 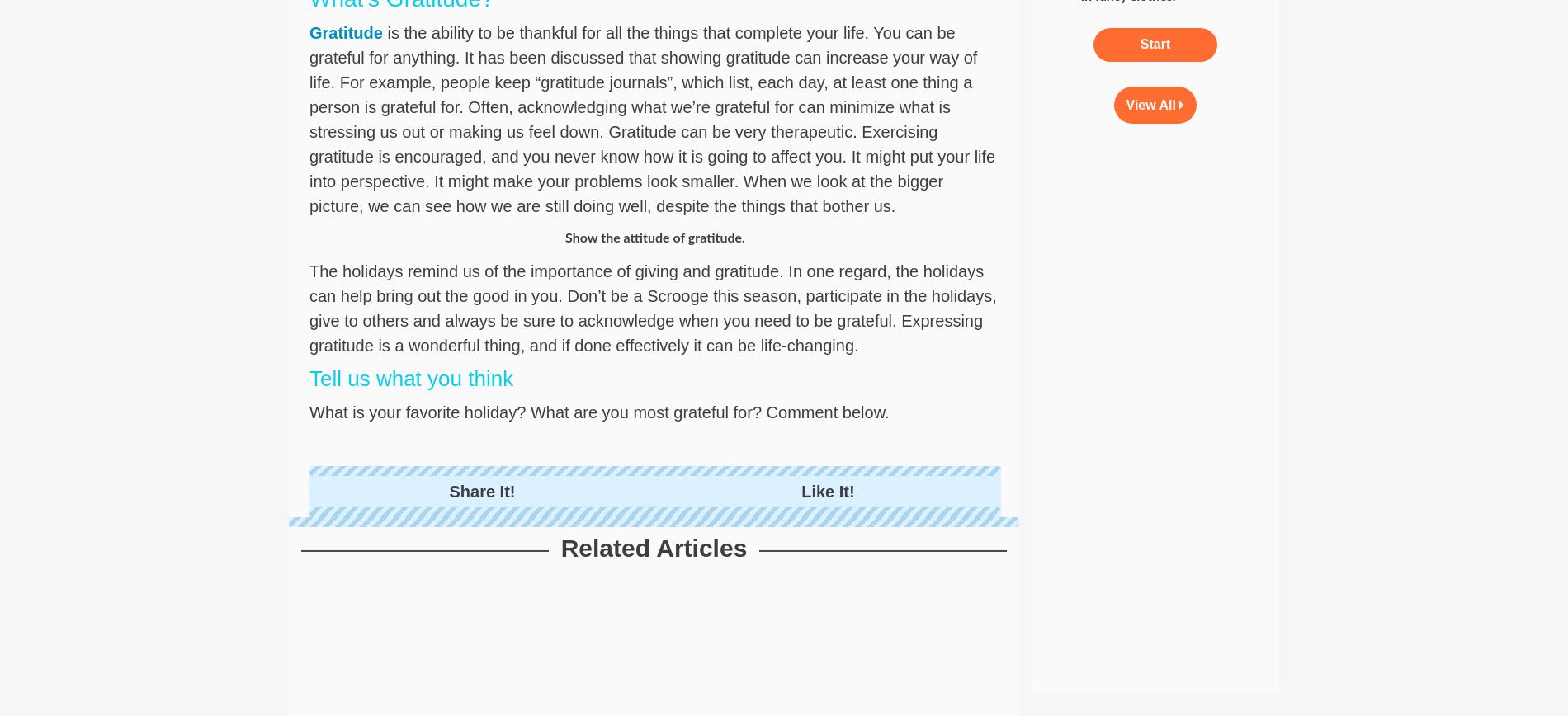 I want to click on 'Share It!', so click(x=482, y=491).